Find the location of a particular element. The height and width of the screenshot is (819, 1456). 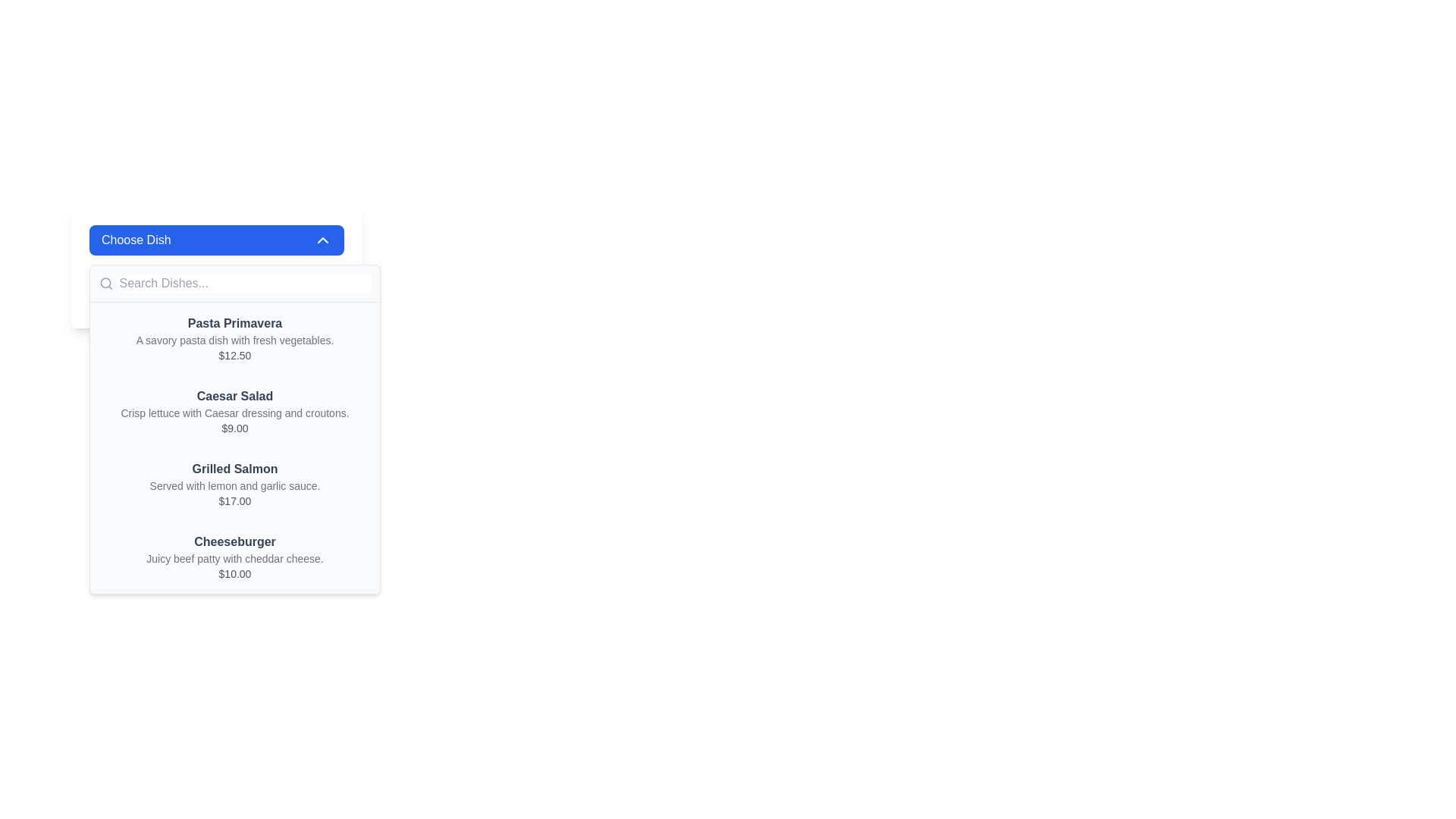

the text label providing additional details about the 'Grilled Salmon' dish, which is located centrally in the dropdown menu, below the title and above the price is located at coordinates (234, 485).